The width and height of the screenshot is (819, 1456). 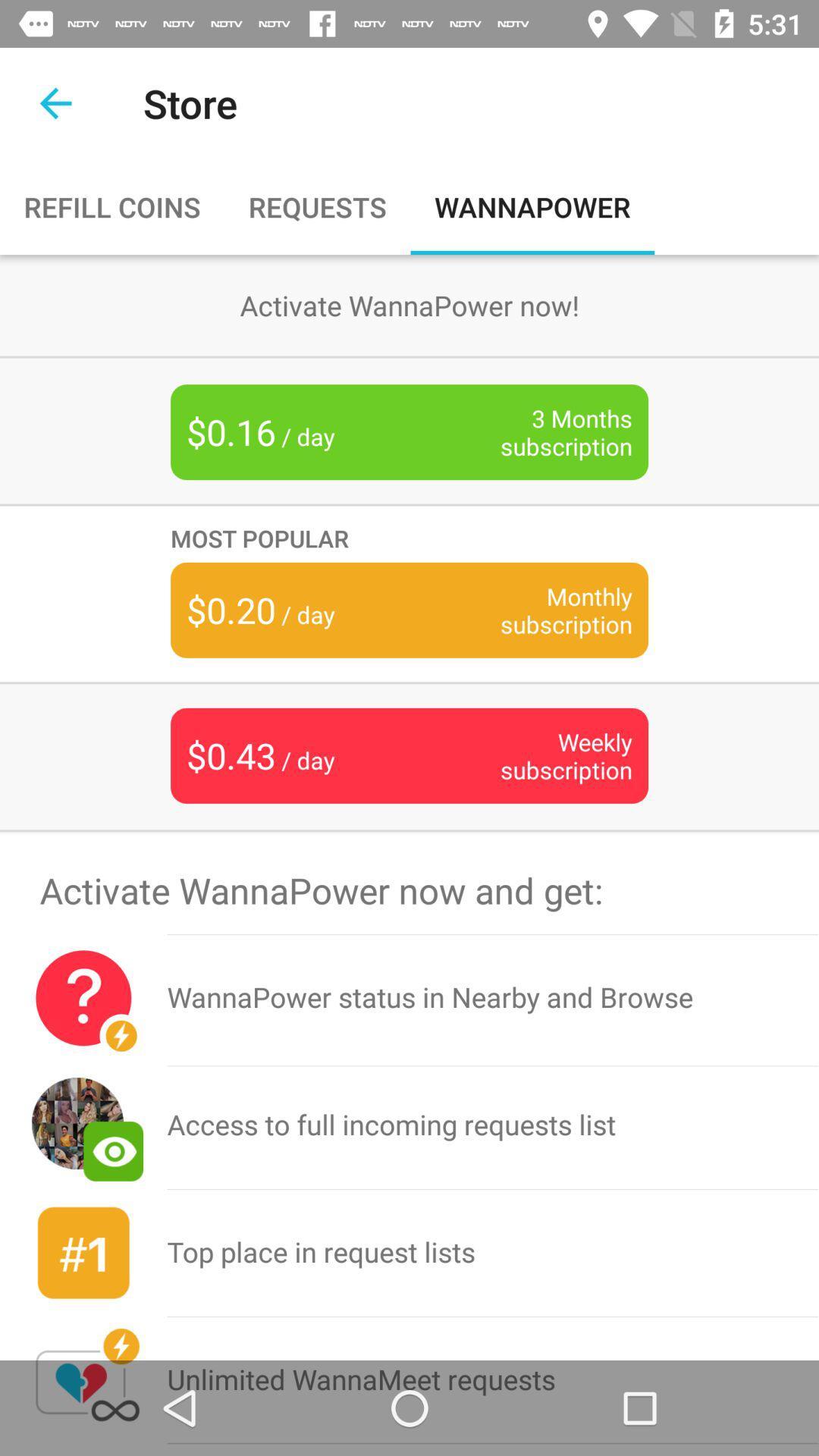 I want to click on item below activate wannapower now icon, so click(x=493, y=998).